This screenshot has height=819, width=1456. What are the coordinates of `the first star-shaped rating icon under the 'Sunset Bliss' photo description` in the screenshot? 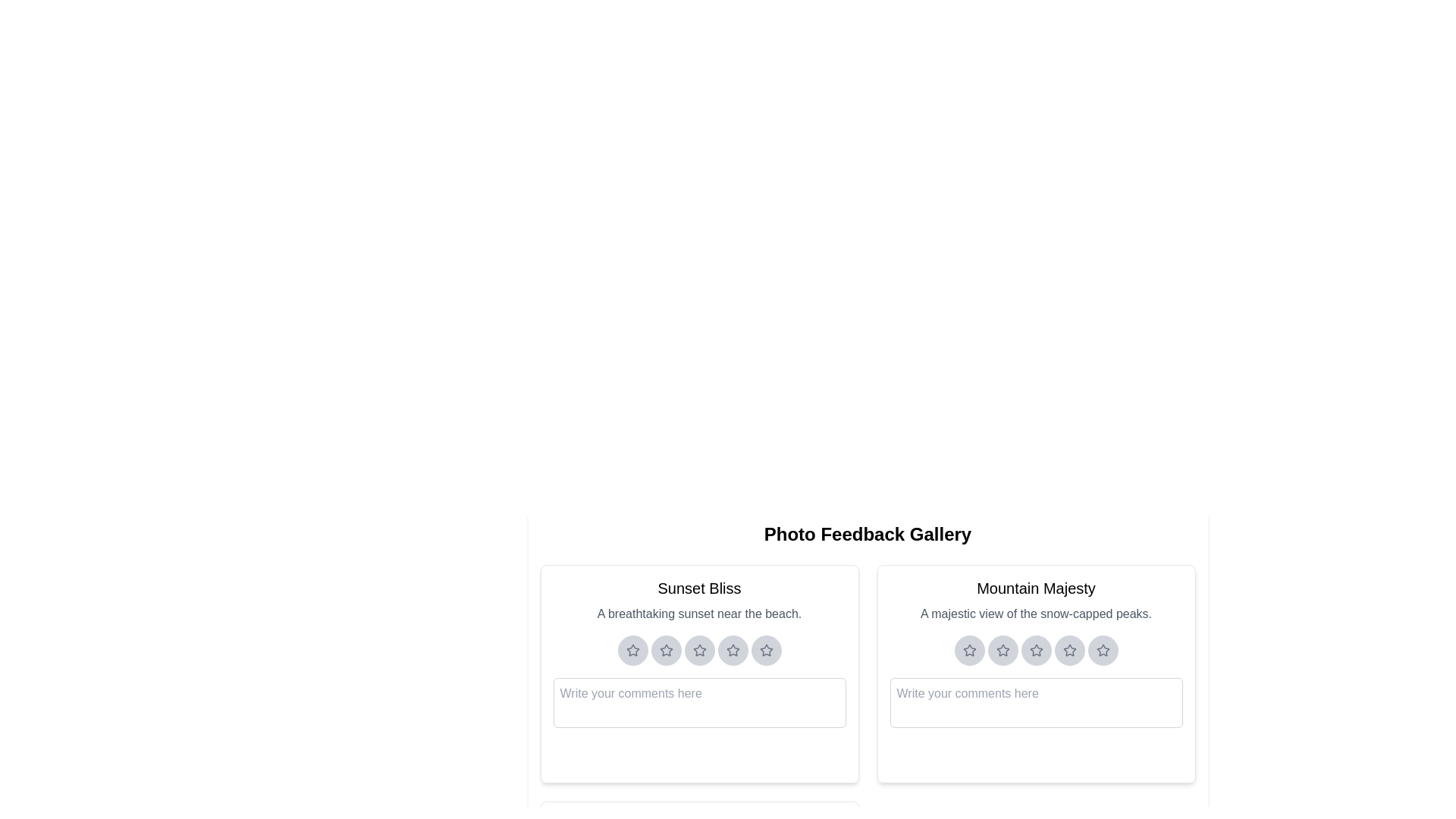 It's located at (632, 649).